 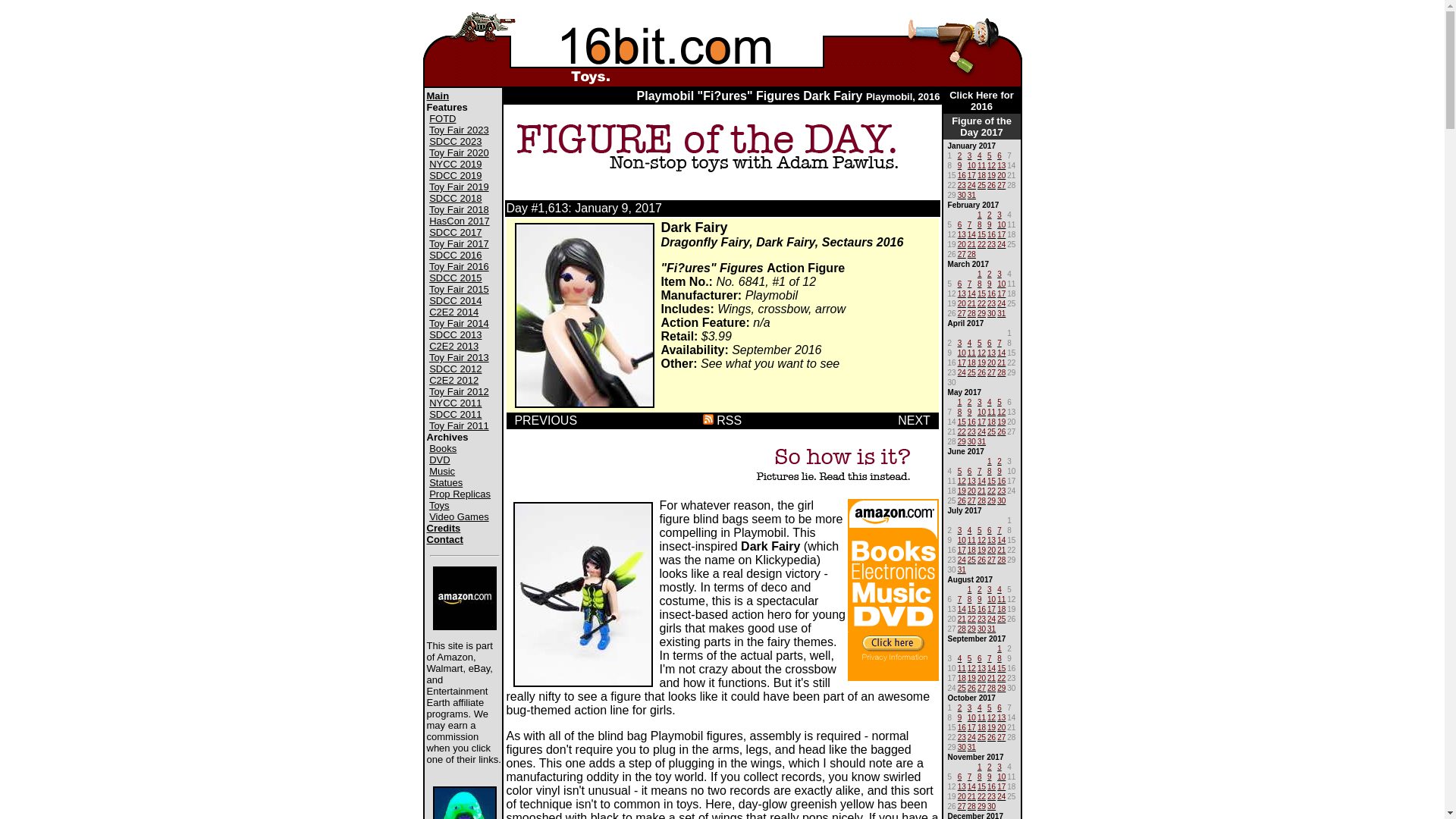 I want to click on 'SDCC 2014', so click(x=454, y=300).